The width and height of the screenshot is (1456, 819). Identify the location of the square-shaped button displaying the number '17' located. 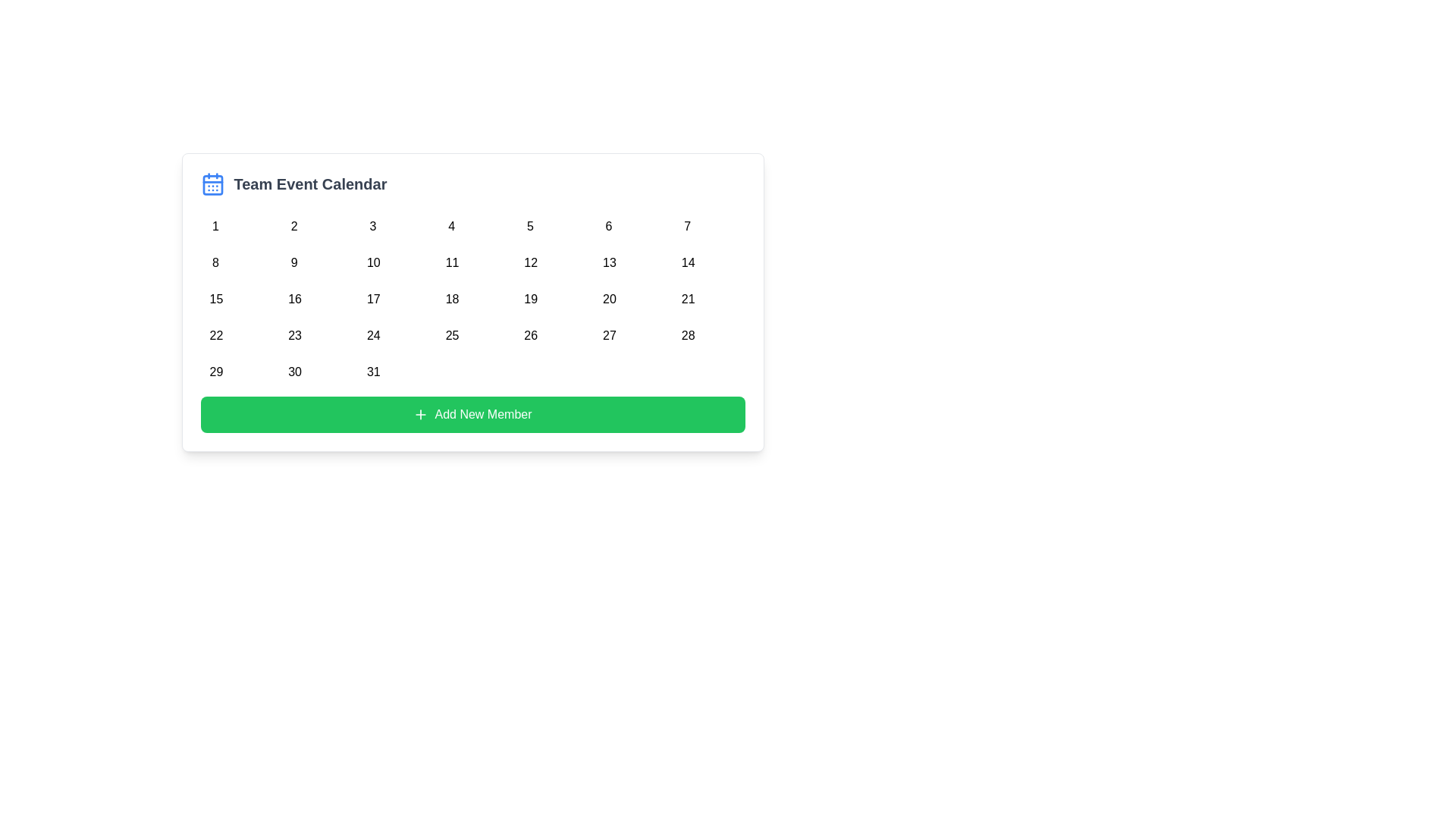
(372, 296).